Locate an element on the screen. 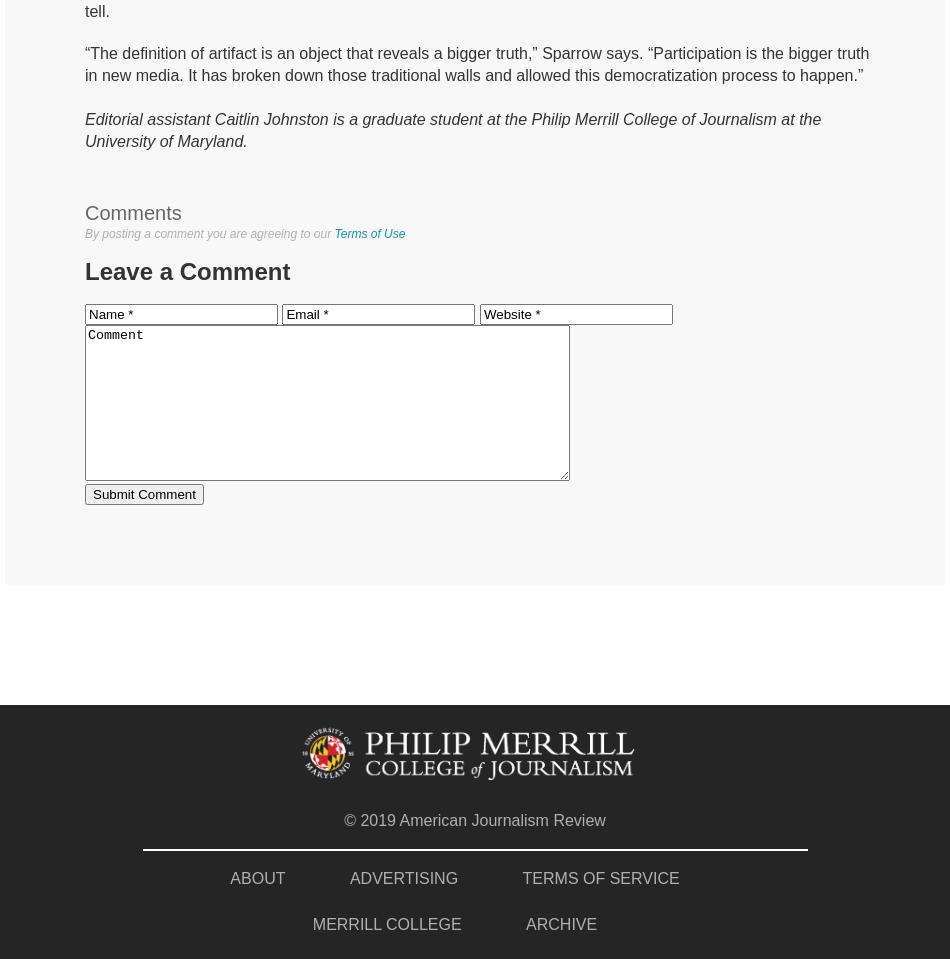 Image resolution: width=950 pixels, height=959 pixels. 'Editorial assistant Caitlin Johnston is a graduate student at the Philip Merrill College of Journalism at the University of Maryland.' is located at coordinates (451, 129).